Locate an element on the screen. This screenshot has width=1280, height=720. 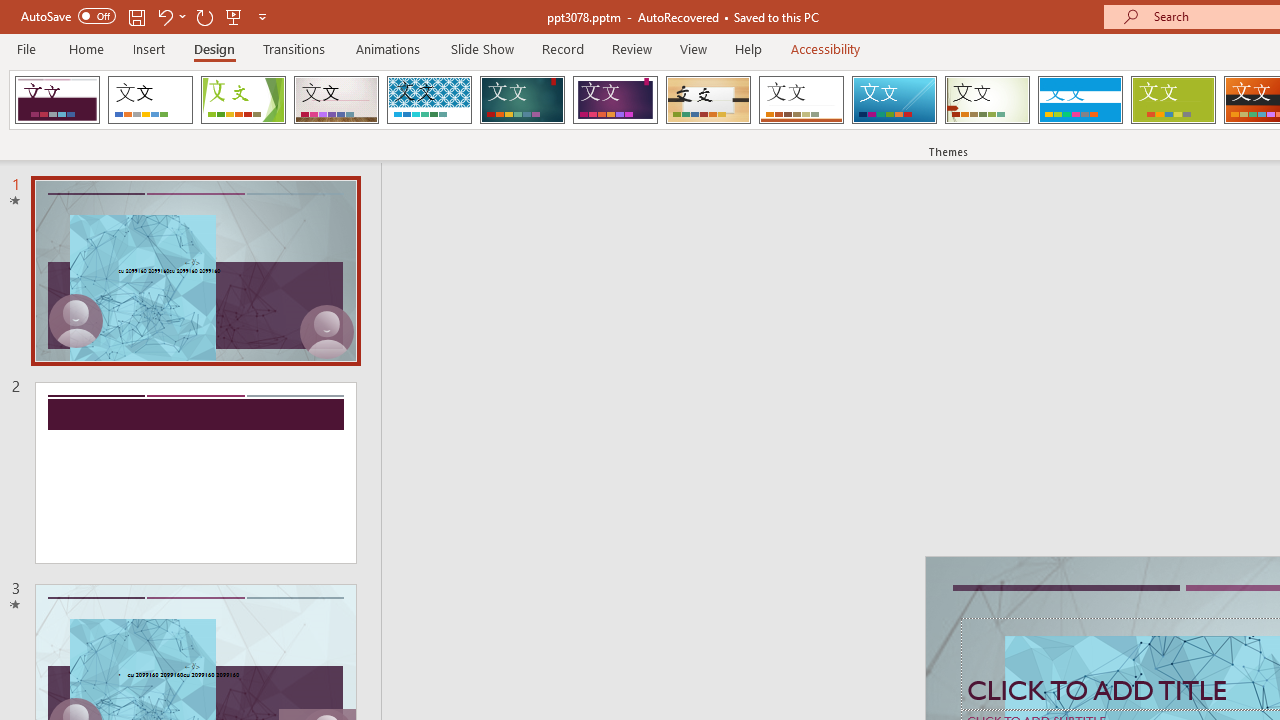
'Ion' is located at coordinates (522, 100).